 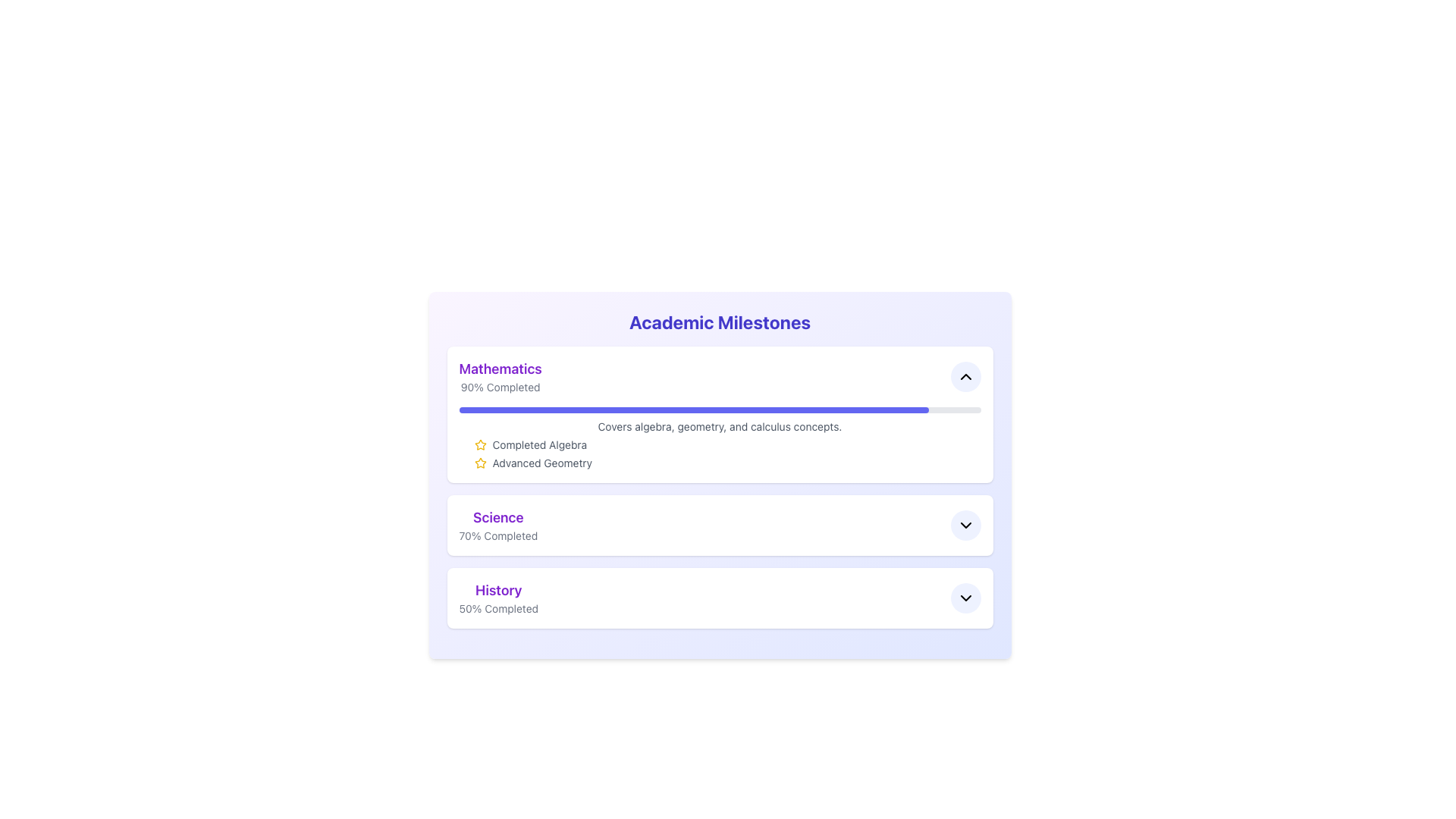 I want to click on the 'Mathematics' static text label displayed in bold purple font located at the top-left corner of the white card in the 'Academic Milestones' section, so click(x=500, y=369).